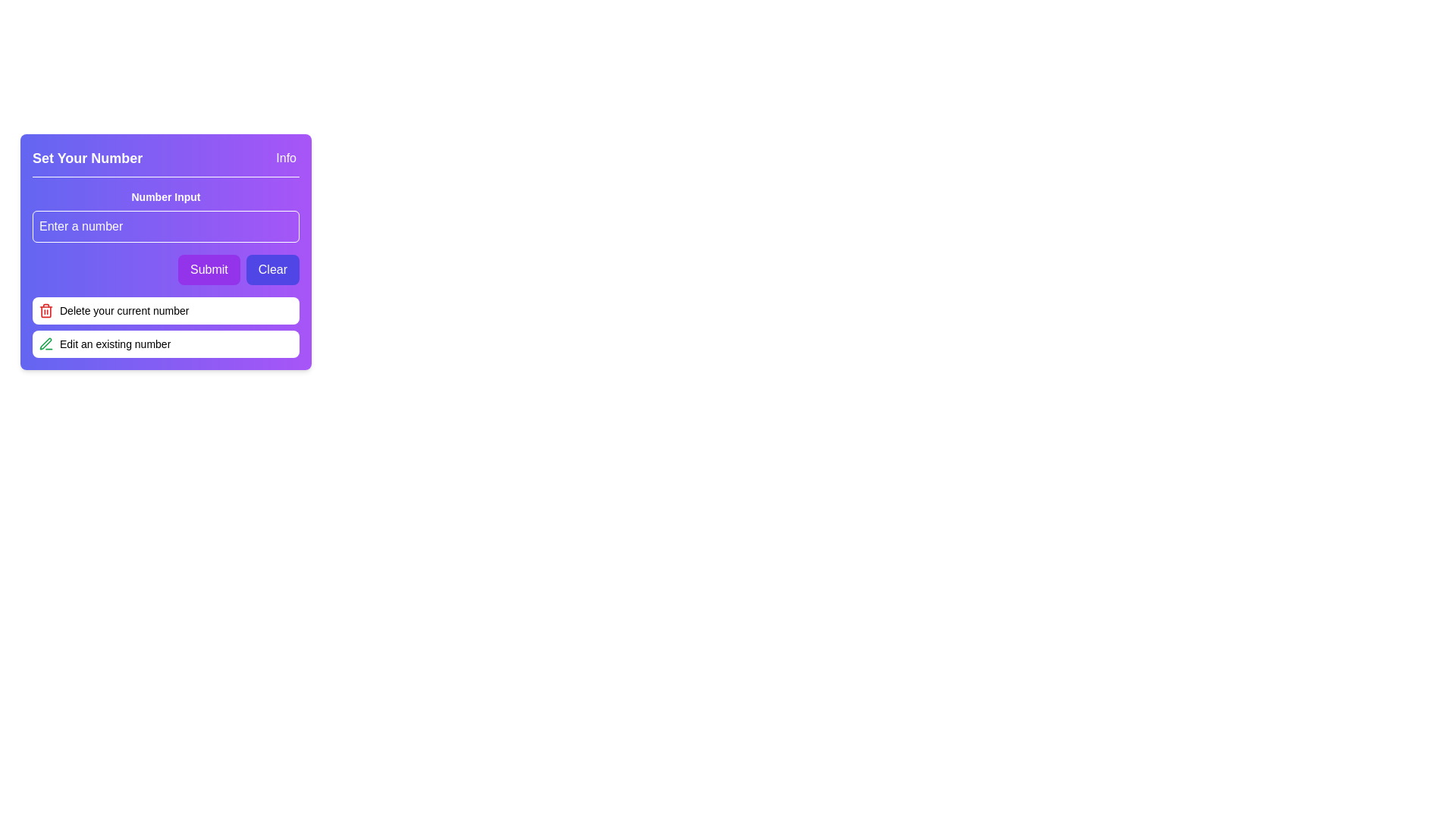 This screenshot has height=819, width=1456. What do you see at coordinates (166, 344) in the screenshot?
I see `the button that allows the user to edit an existing number, located beneath the 'Delete your current number' element in the 'Set Your Number' section` at bounding box center [166, 344].